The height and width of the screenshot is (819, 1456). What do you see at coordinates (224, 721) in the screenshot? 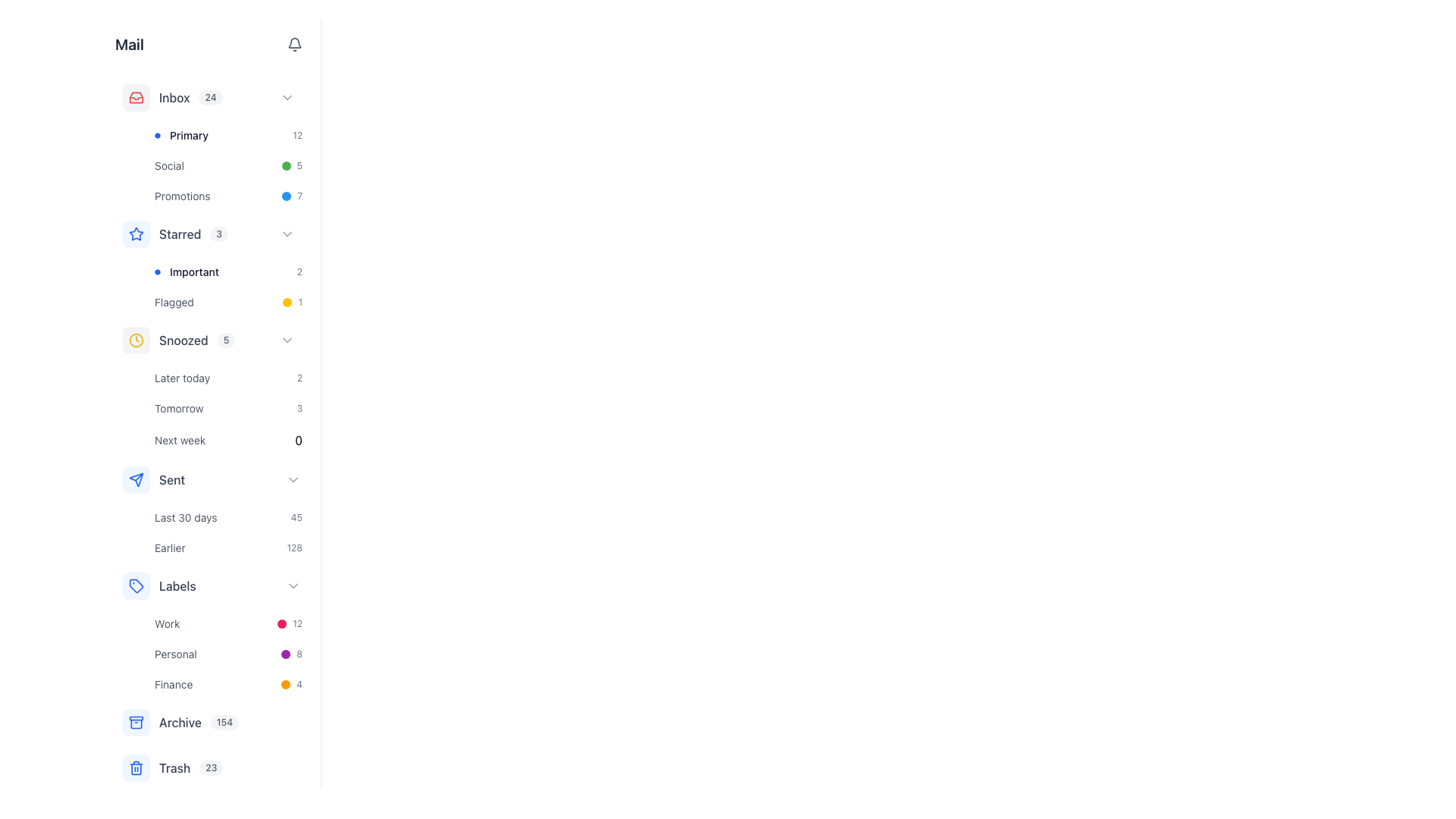
I see `the numeric indicator badge displaying the count of archived items located in the left-side navigation pane next to the 'Archive' entry` at bounding box center [224, 721].